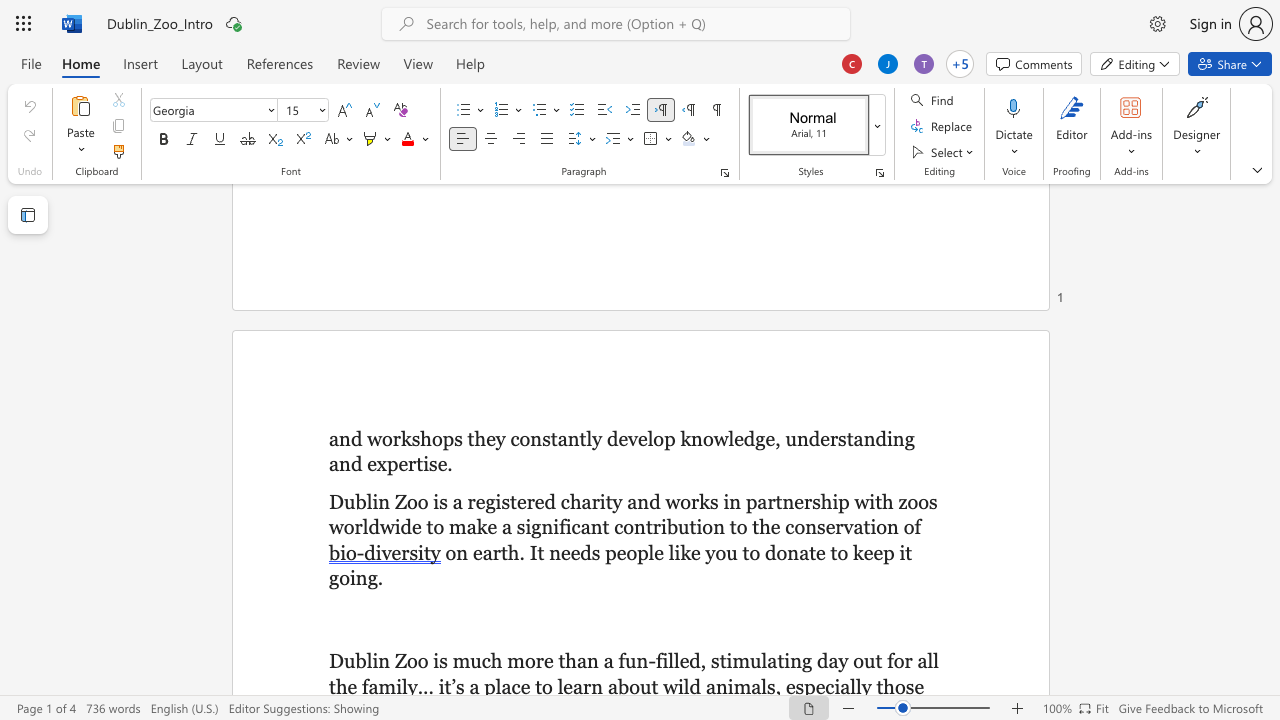 This screenshot has width=1280, height=720. I want to click on the space between the continuous character "h" and "o" in the text, so click(430, 437).